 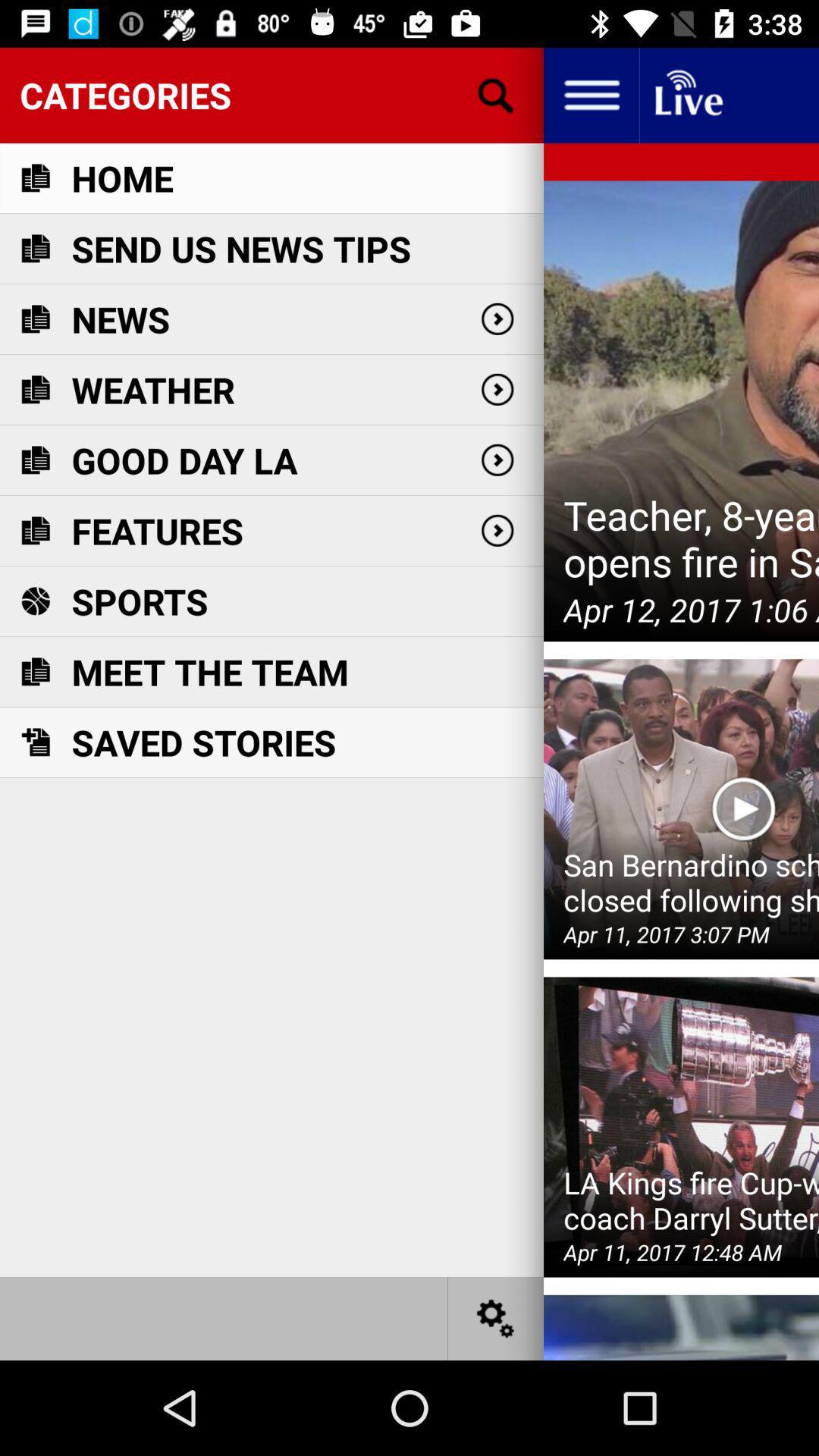 What do you see at coordinates (157, 531) in the screenshot?
I see `icon above sports icon` at bounding box center [157, 531].